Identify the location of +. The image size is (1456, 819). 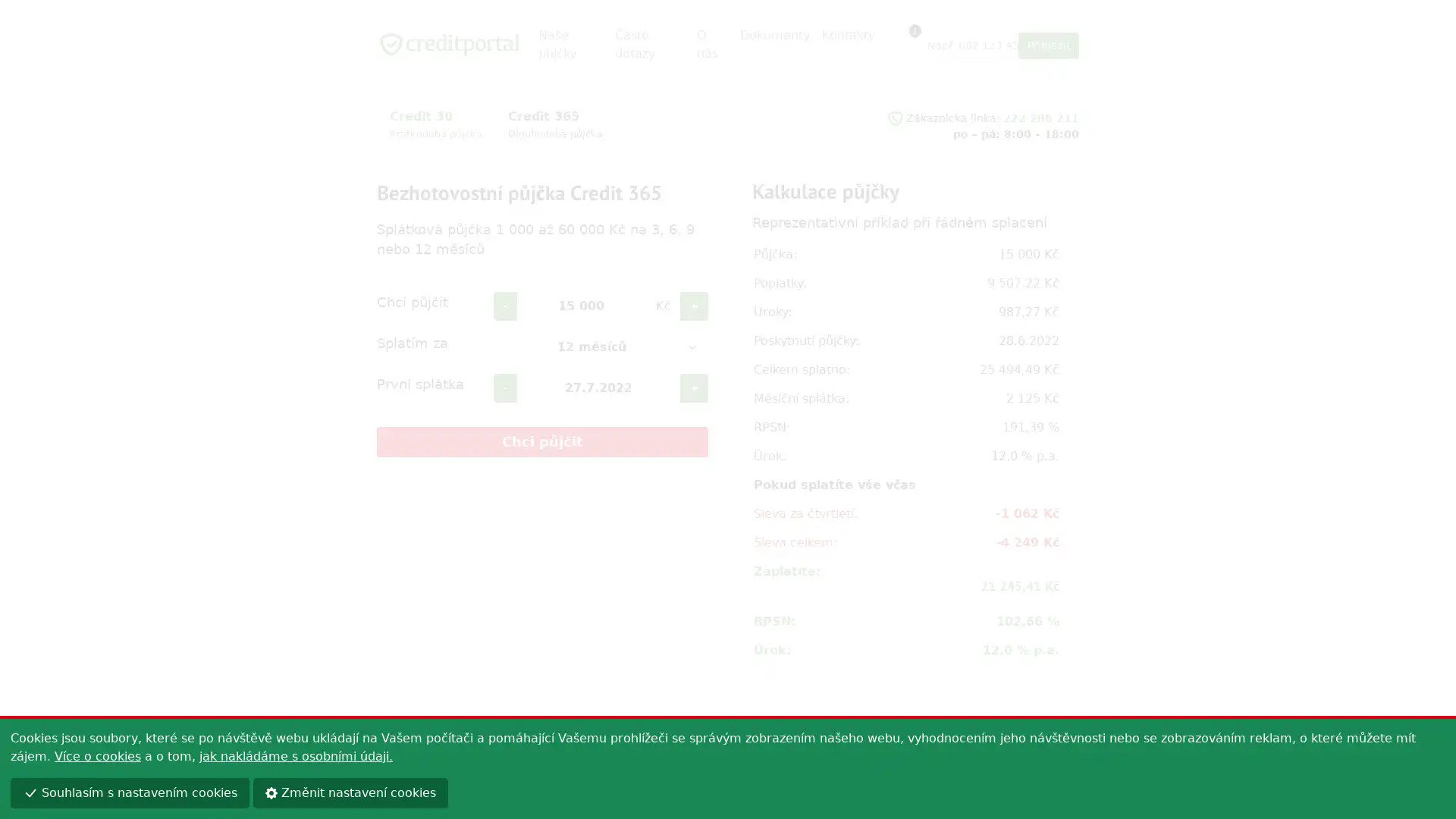
(692, 386).